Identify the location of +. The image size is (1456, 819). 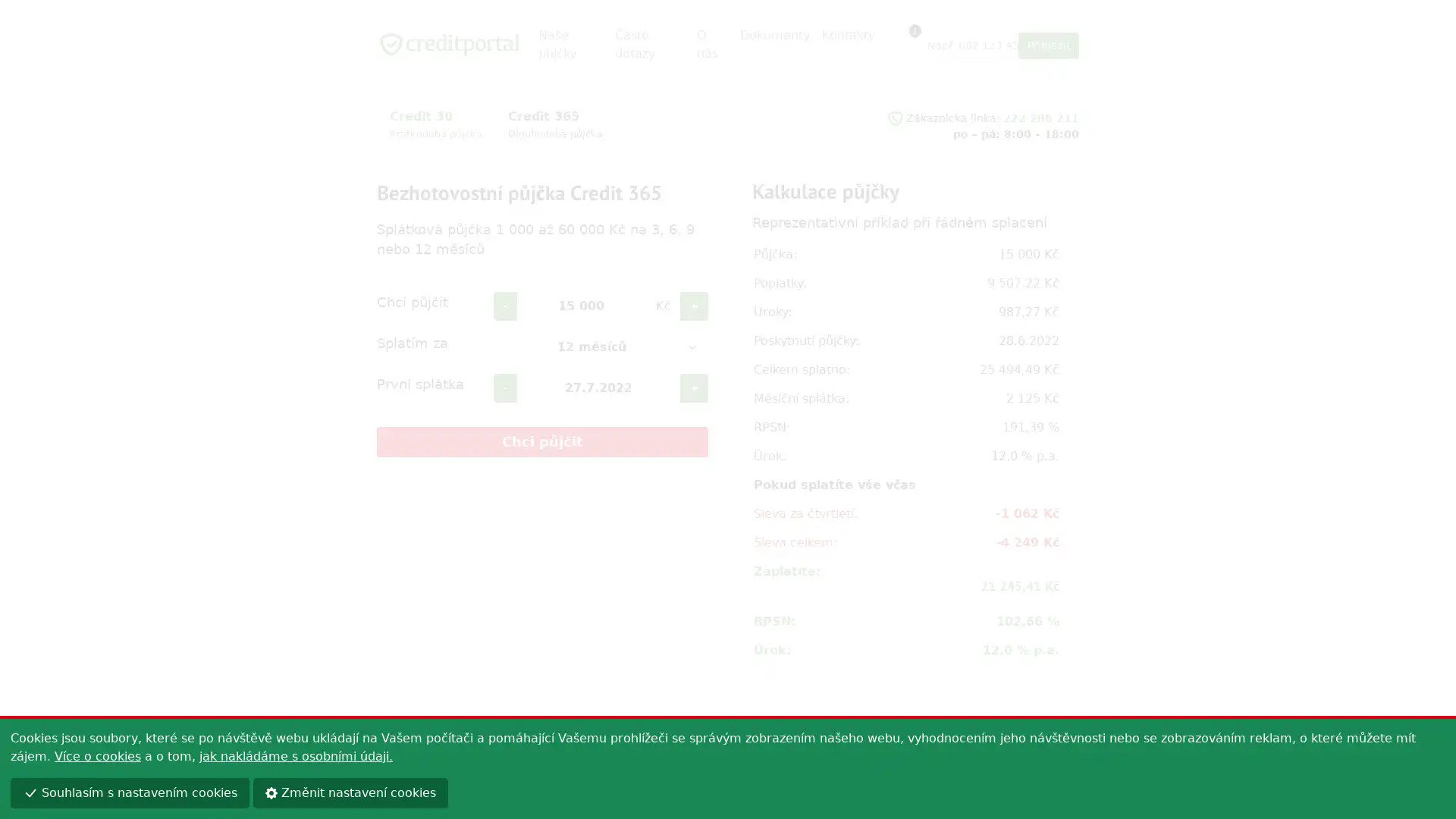
(692, 386).